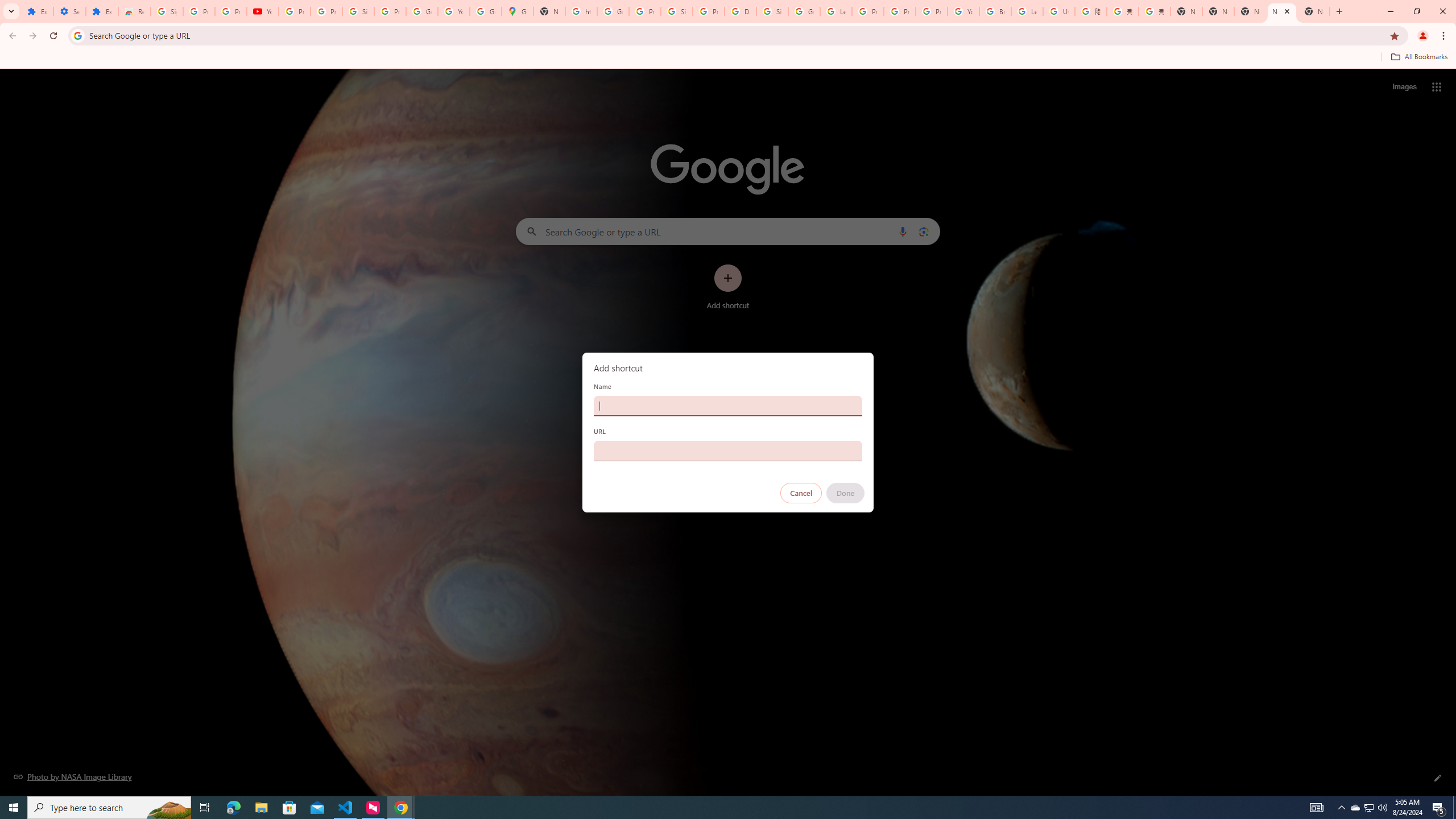 Image resolution: width=1456 pixels, height=819 pixels. I want to click on 'Browse Chrome as a guest - Computer - Google Chrome Help', so click(994, 11).